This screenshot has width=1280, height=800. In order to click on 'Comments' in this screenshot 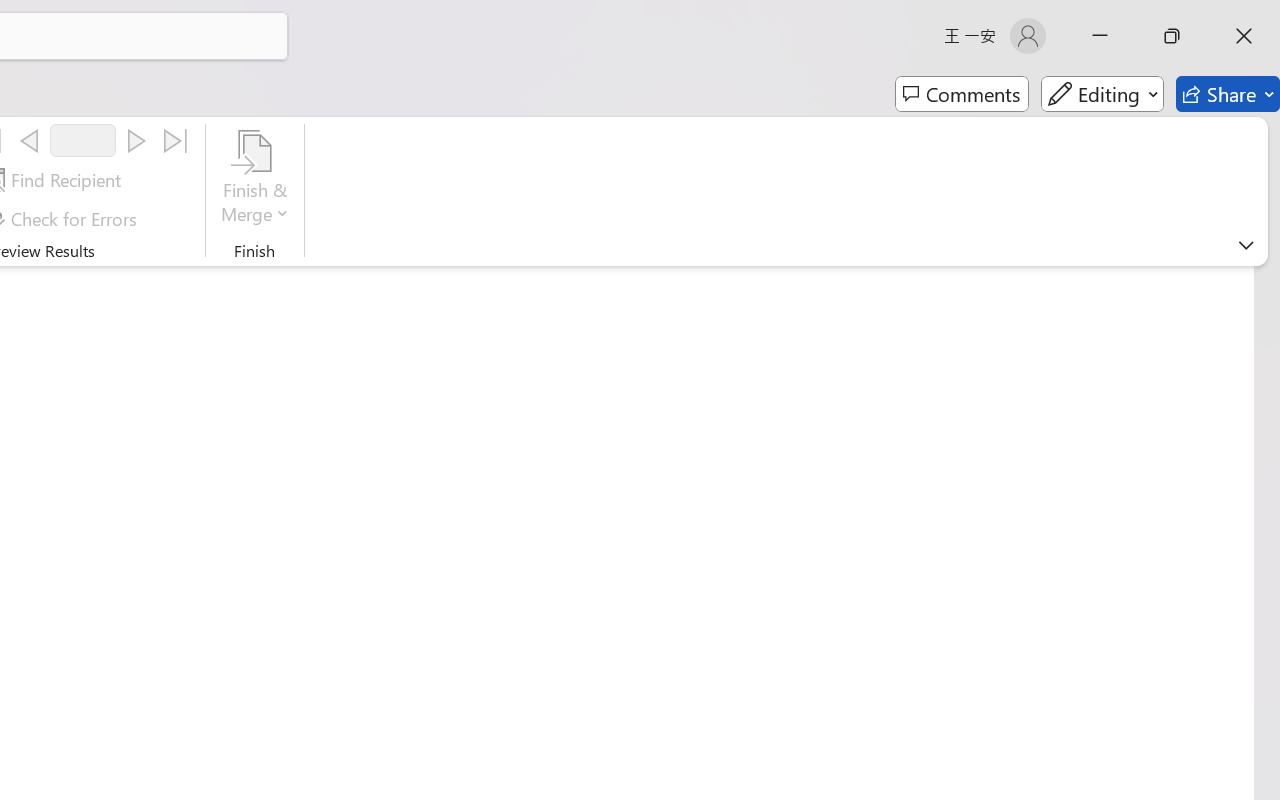, I will do `click(961, 94)`.